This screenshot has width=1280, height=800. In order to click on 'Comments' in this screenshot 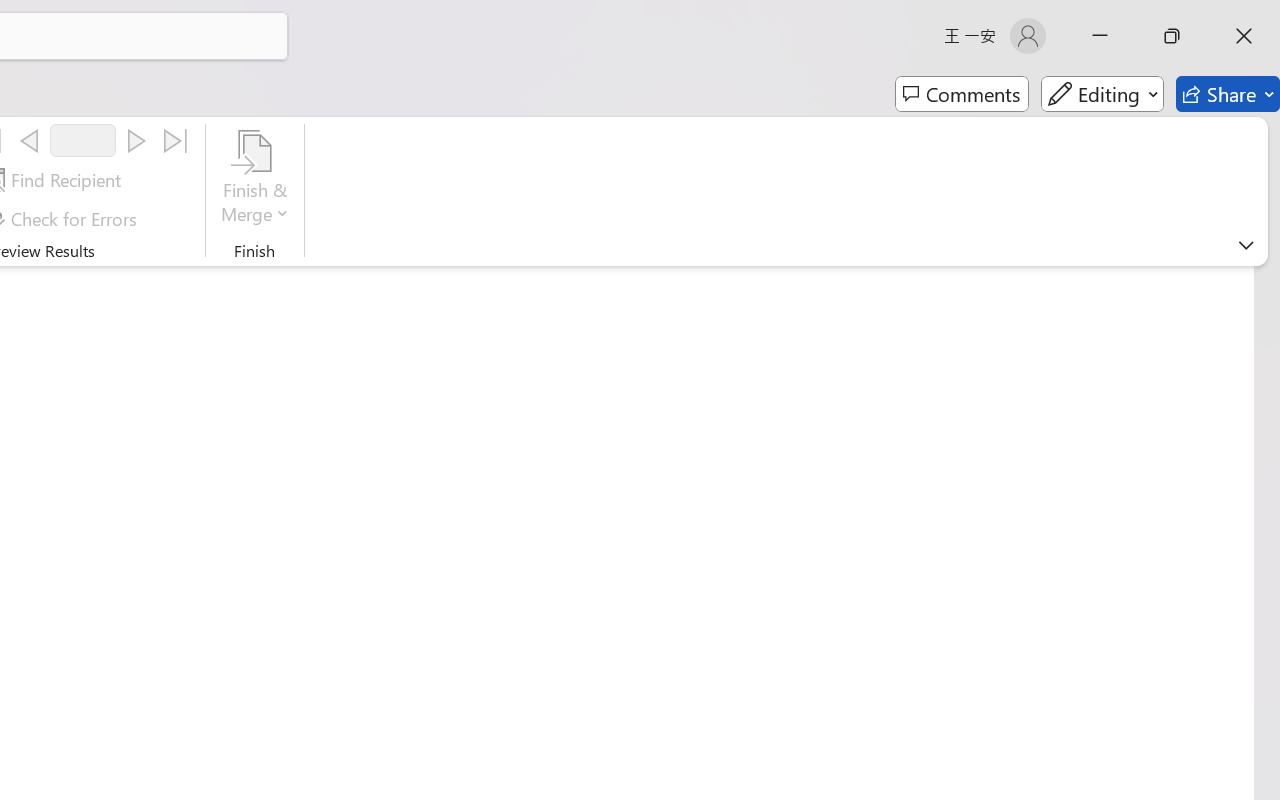, I will do `click(961, 94)`.